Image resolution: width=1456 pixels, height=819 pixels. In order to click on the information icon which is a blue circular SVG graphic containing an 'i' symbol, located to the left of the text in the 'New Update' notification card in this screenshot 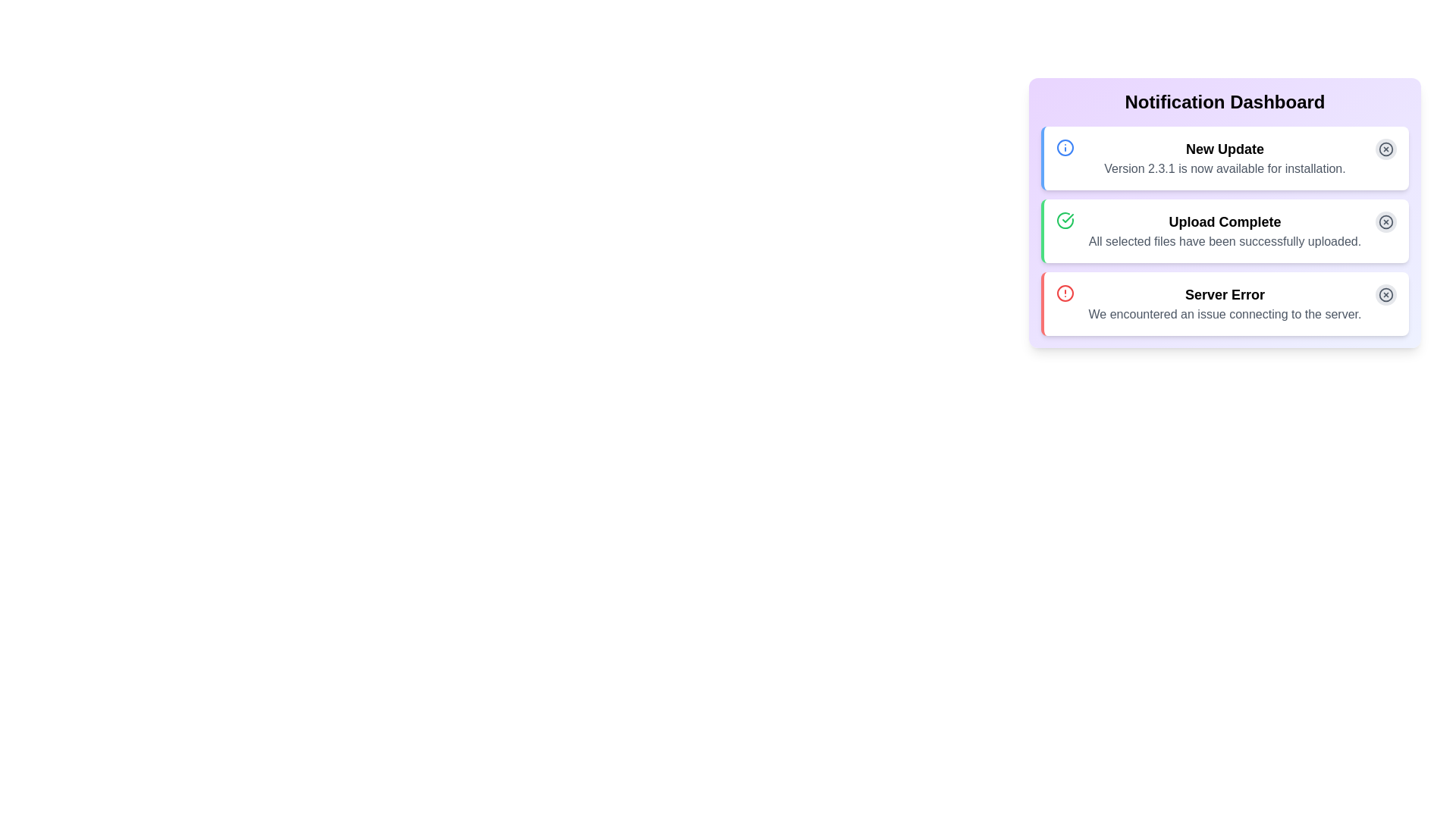, I will do `click(1065, 148)`.